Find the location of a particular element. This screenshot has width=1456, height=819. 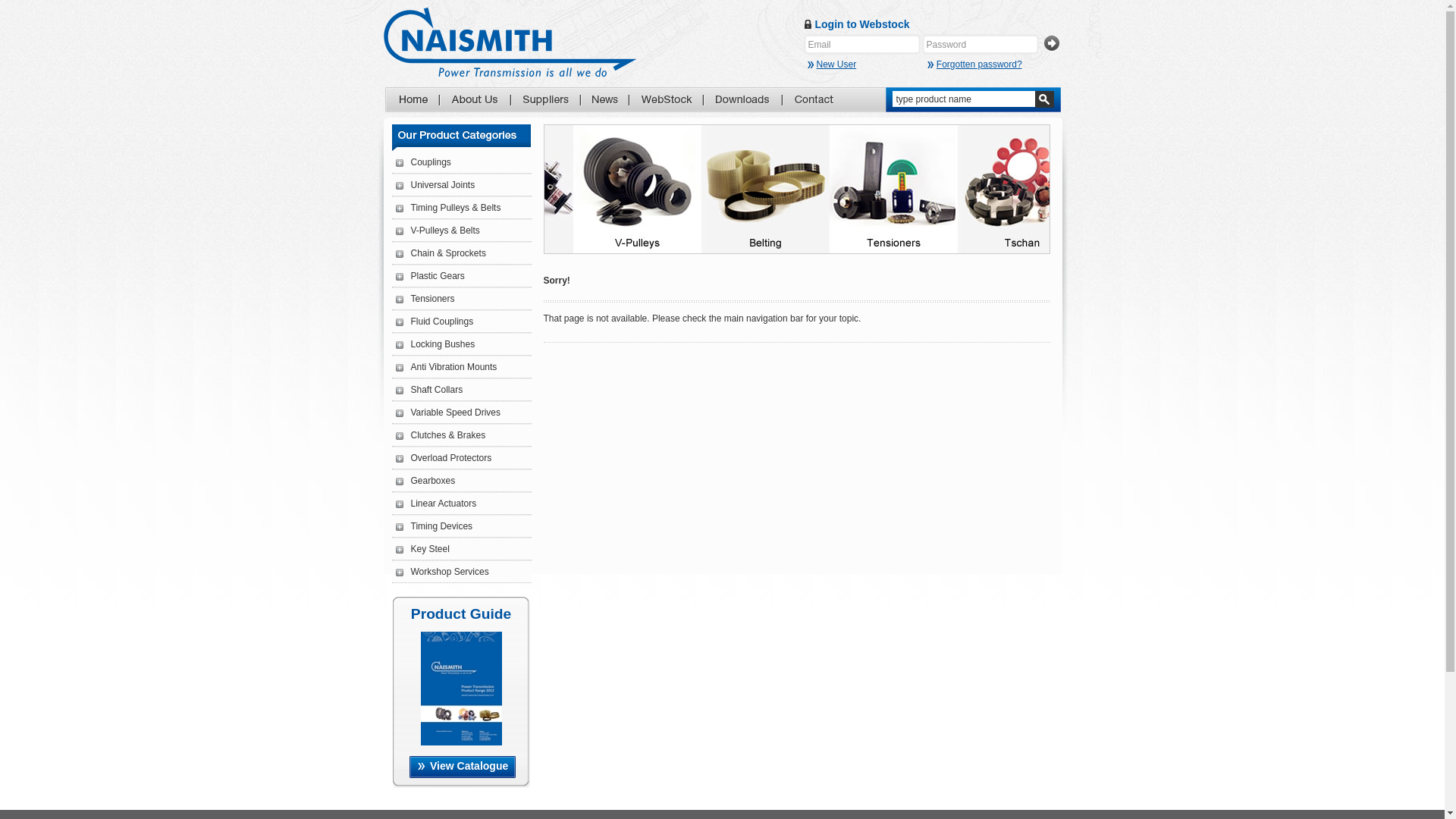

'Gearboxes' is located at coordinates (425, 480).